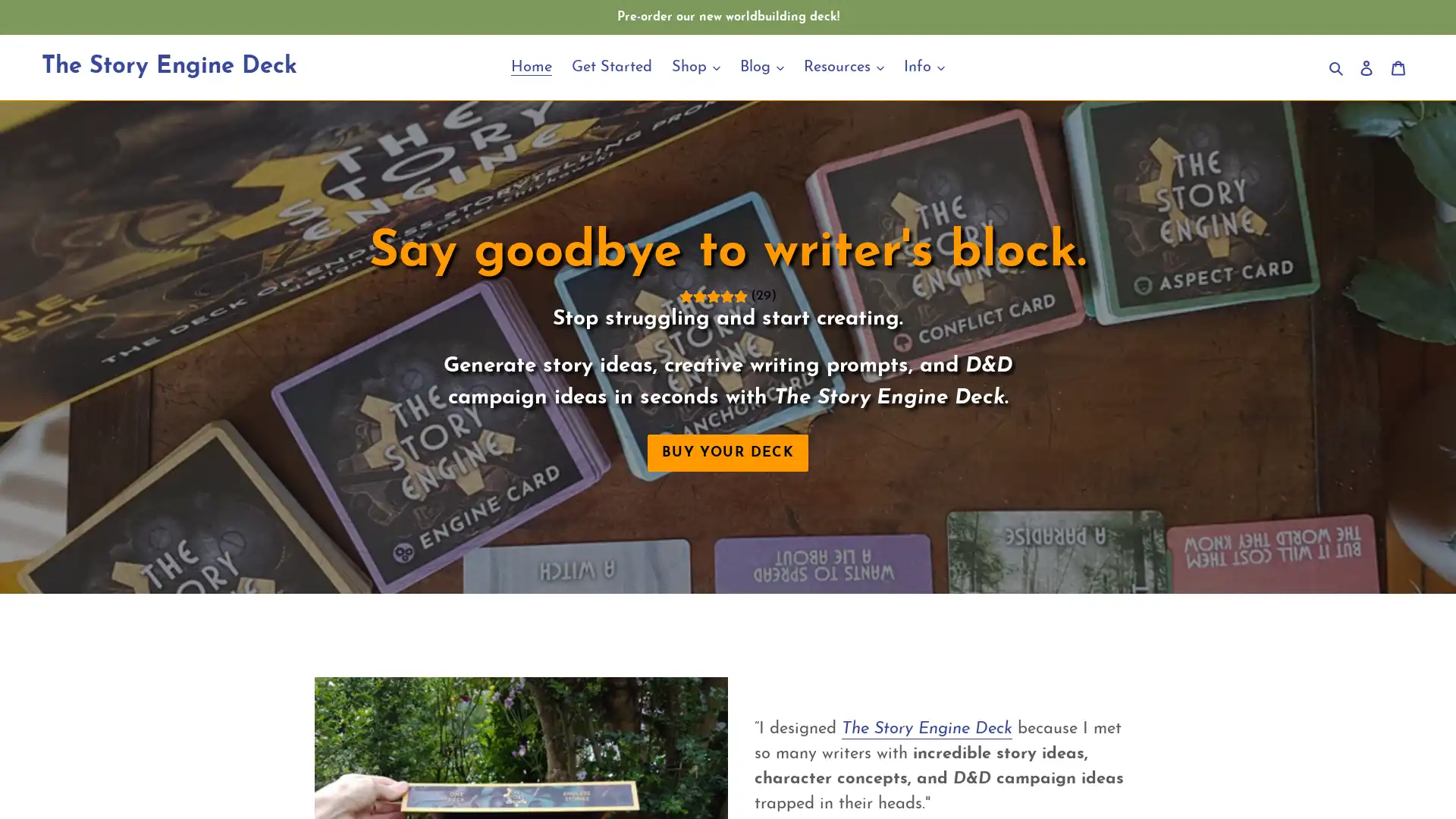 This screenshot has height=819, width=1456. I want to click on Search, so click(1337, 66).